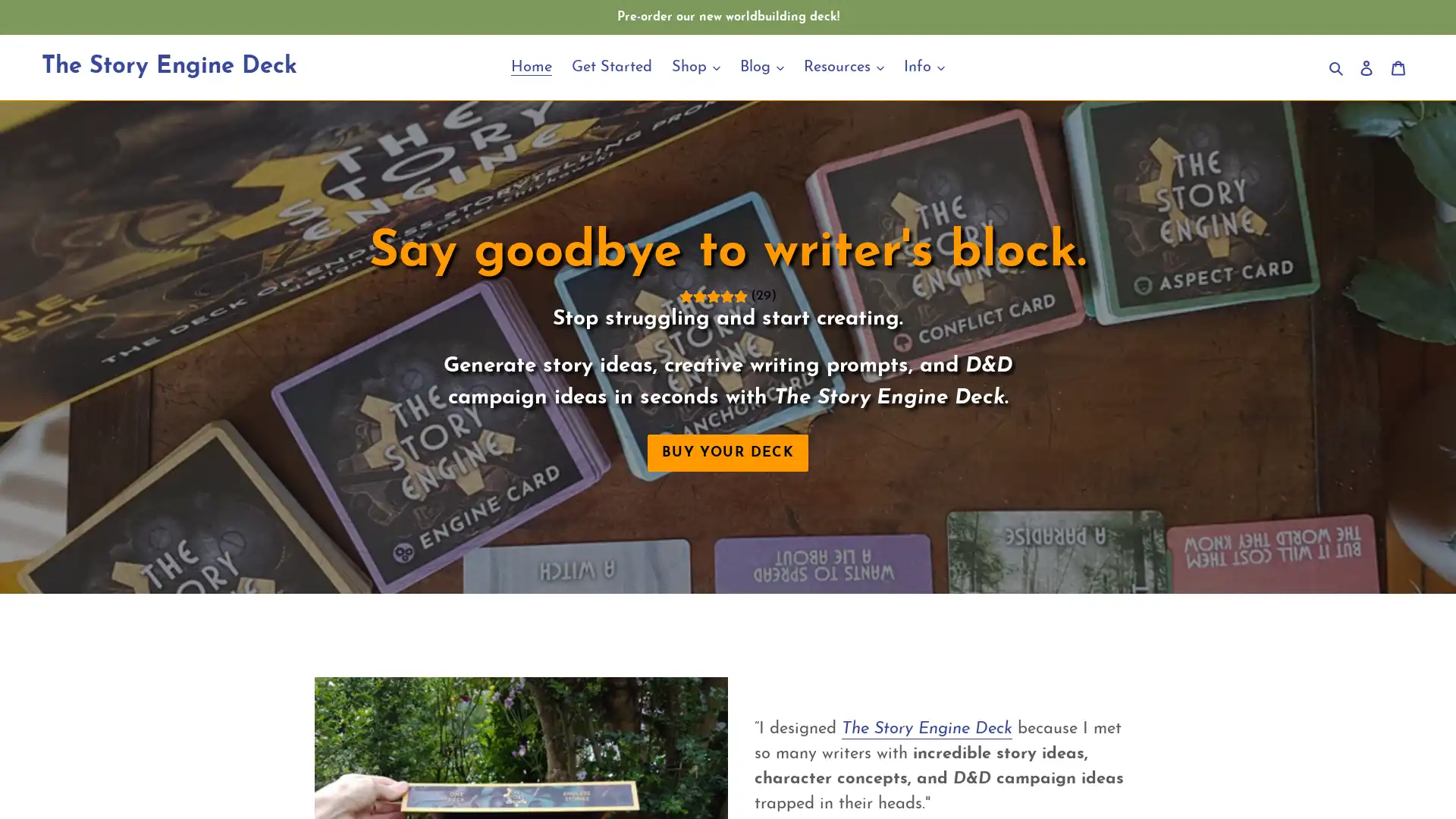 This screenshot has height=819, width=1456. I want to click on Search, so click(1337, 66).